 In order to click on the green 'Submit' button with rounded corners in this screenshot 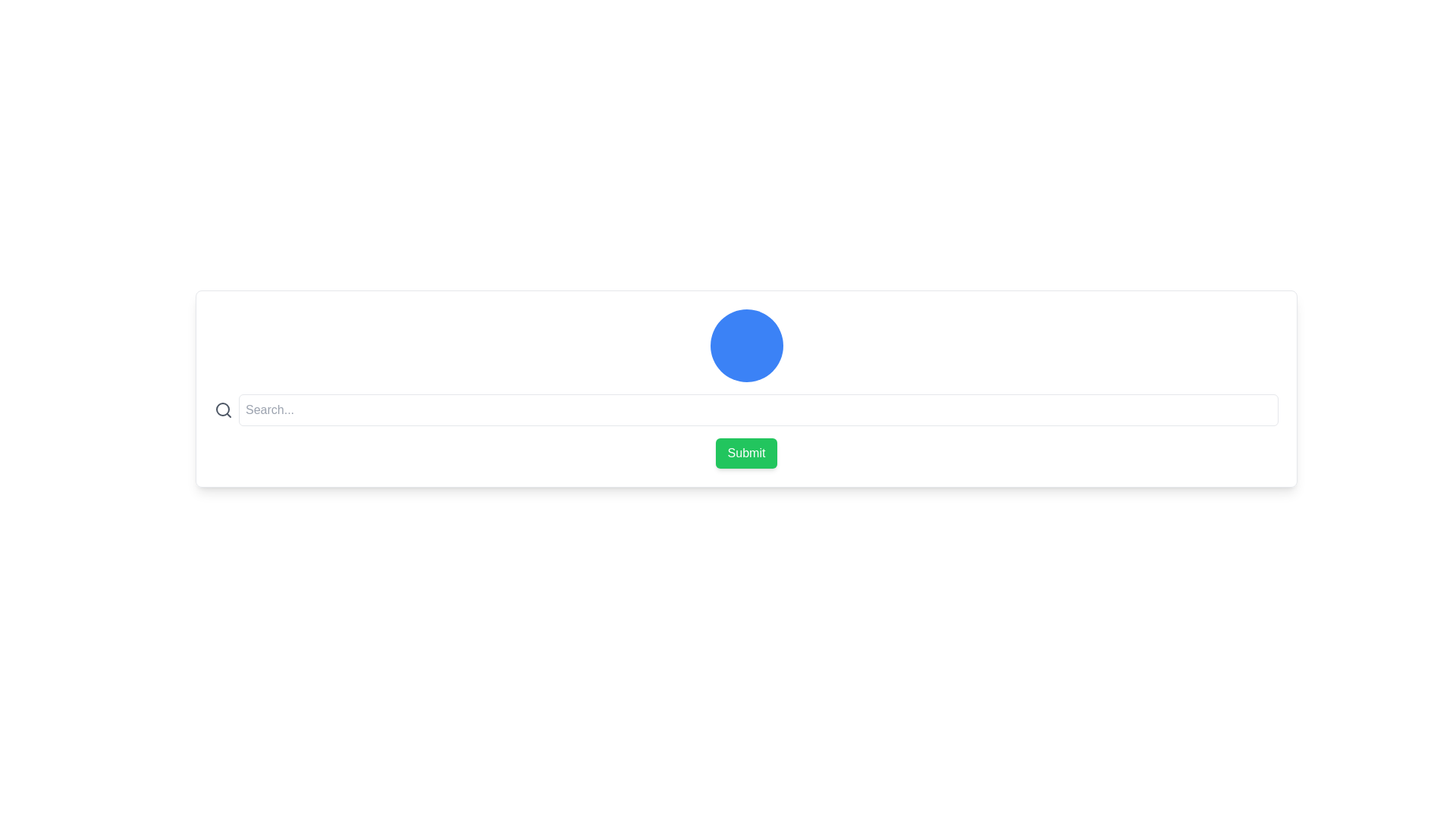, I will do `click(746, 452)`.